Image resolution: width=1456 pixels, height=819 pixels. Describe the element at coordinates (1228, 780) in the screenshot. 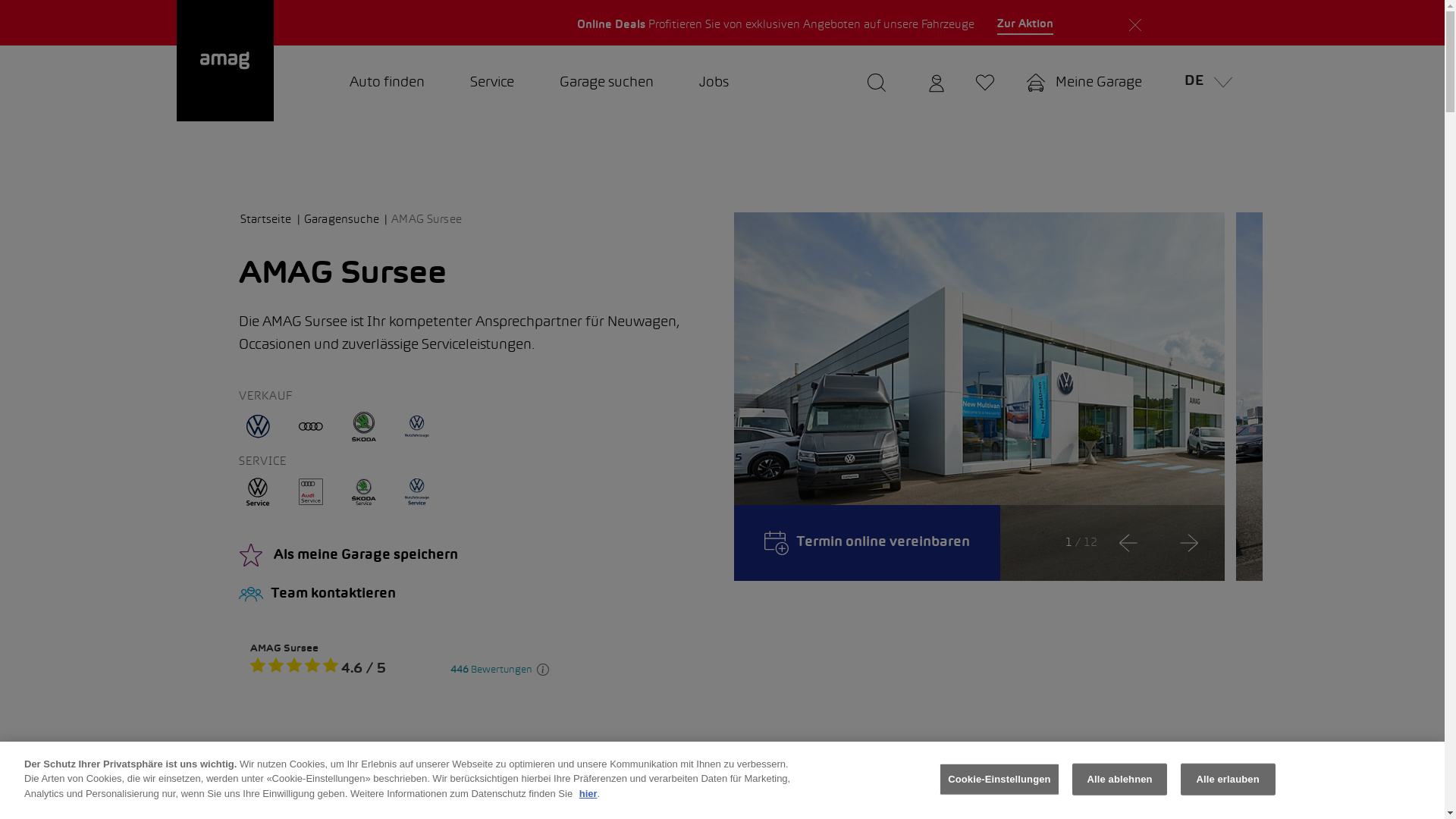

I see `'Alle erlauben'` at that location.